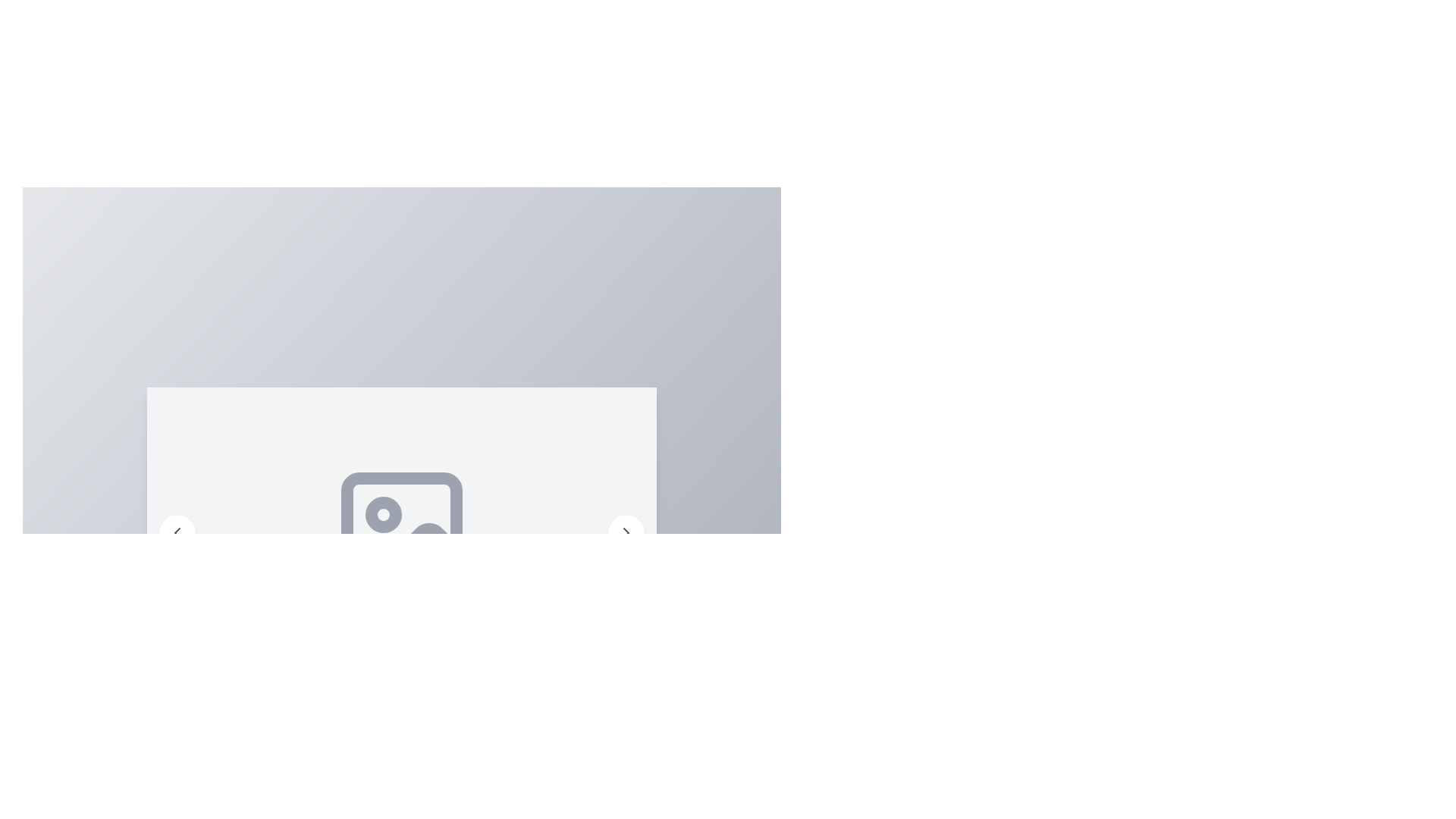  Describe the element at coordinates (626, 532) in the screenshot. I see `the circular button with a white background and a rightward-pointing chevron icon to observe hover effects` at that location.